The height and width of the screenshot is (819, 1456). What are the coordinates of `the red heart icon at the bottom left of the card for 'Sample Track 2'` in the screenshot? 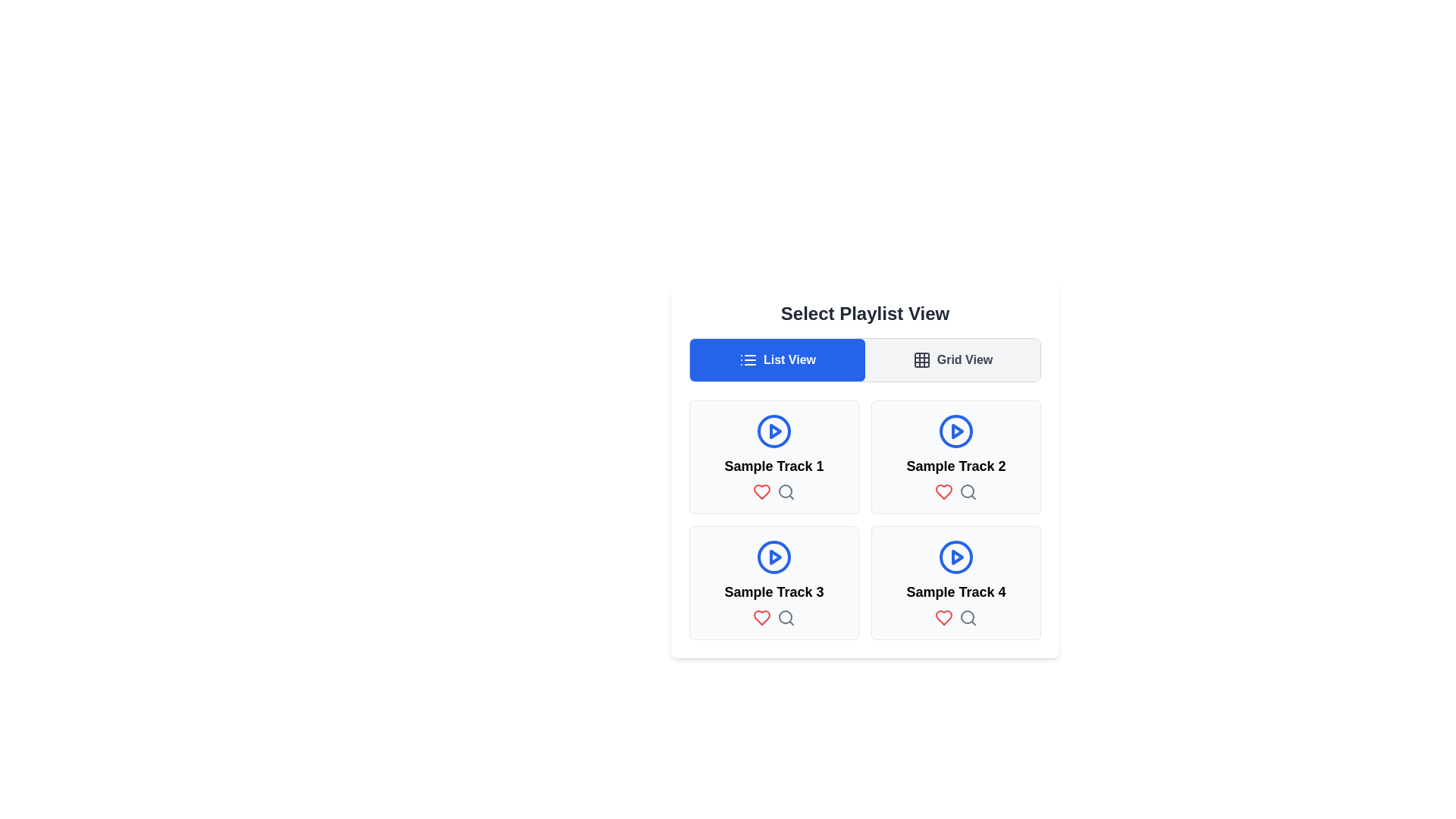 It's located at (943, 491).